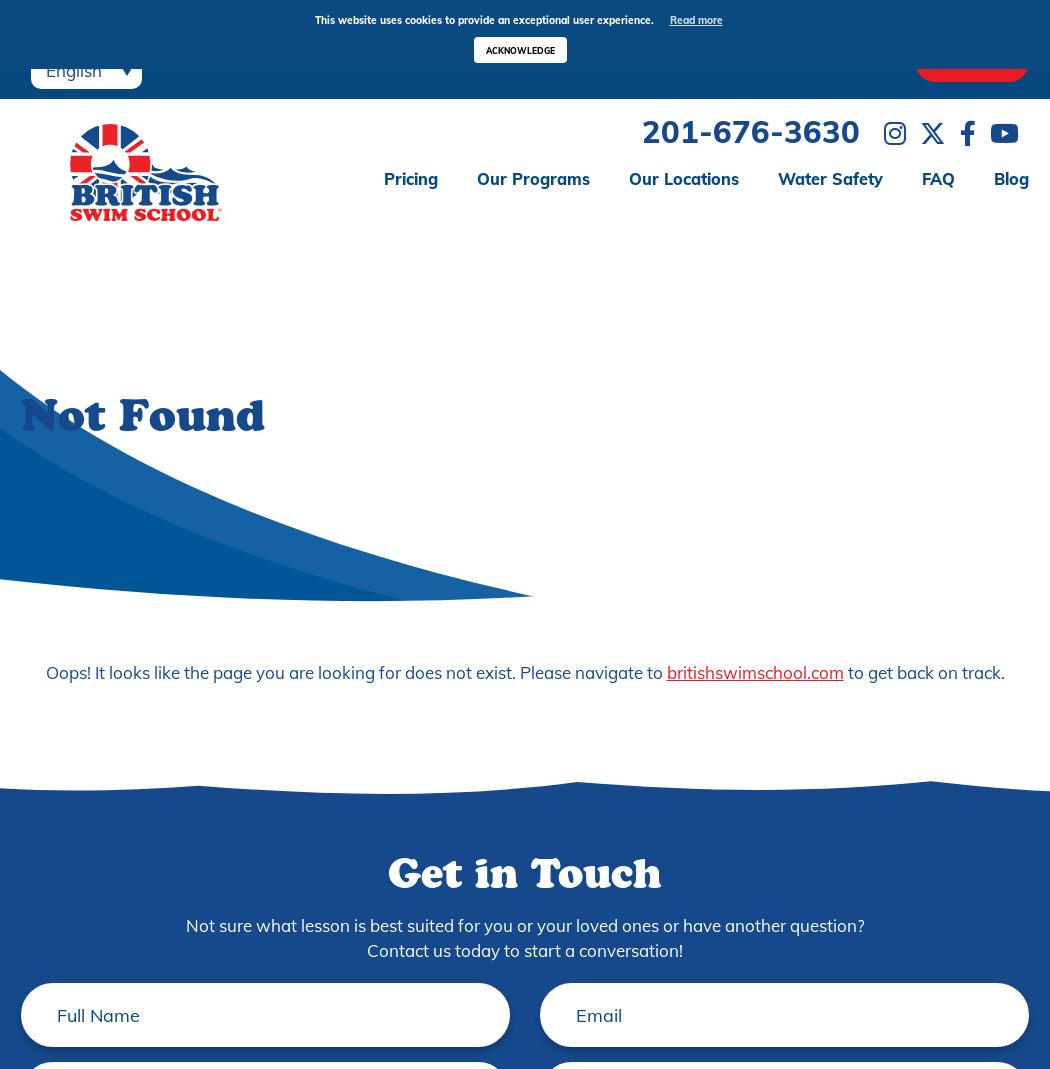 This screenshot has height=1069, width=1050. Describe the element at coordinates (683, 177) in the screenshot. I see `'Our Locations'` at that location.